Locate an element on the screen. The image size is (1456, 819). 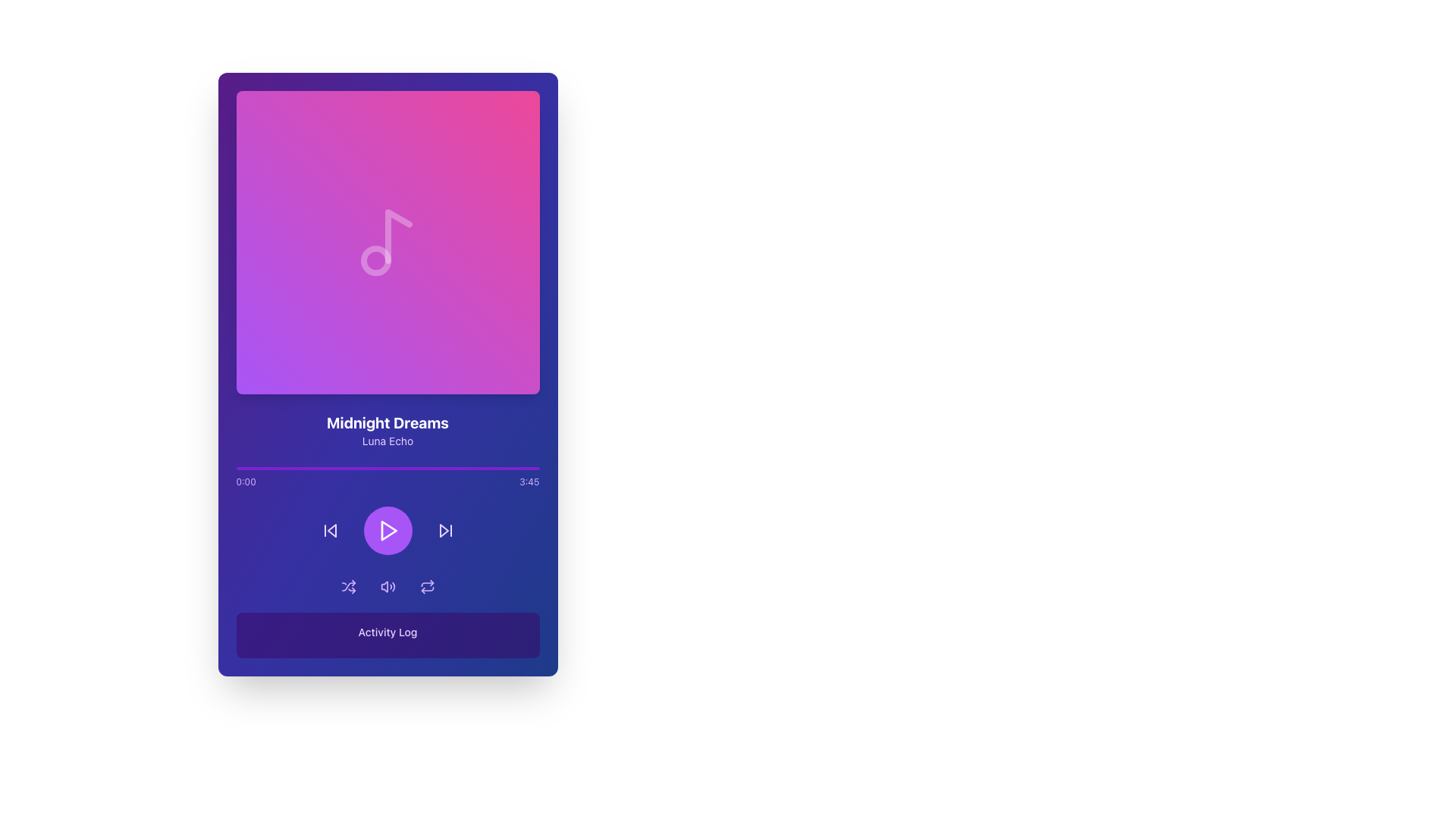
the interactive toolbar with playback control icons located above the 'Activity Log' button is located at coordinates (388, 586).